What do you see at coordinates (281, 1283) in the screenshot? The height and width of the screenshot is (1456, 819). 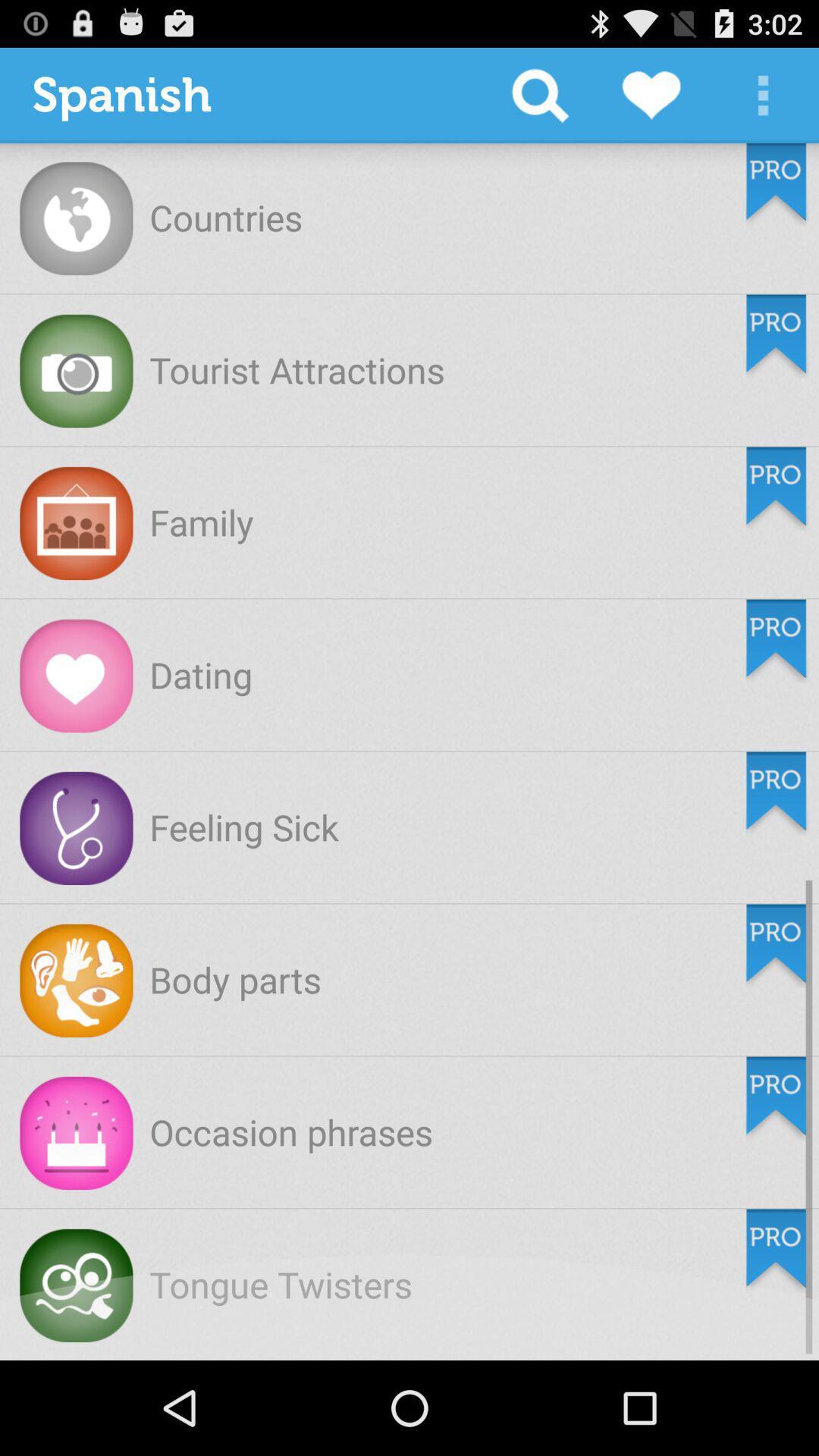 I see `tongue twisters` at bounding box center [281, 1283].